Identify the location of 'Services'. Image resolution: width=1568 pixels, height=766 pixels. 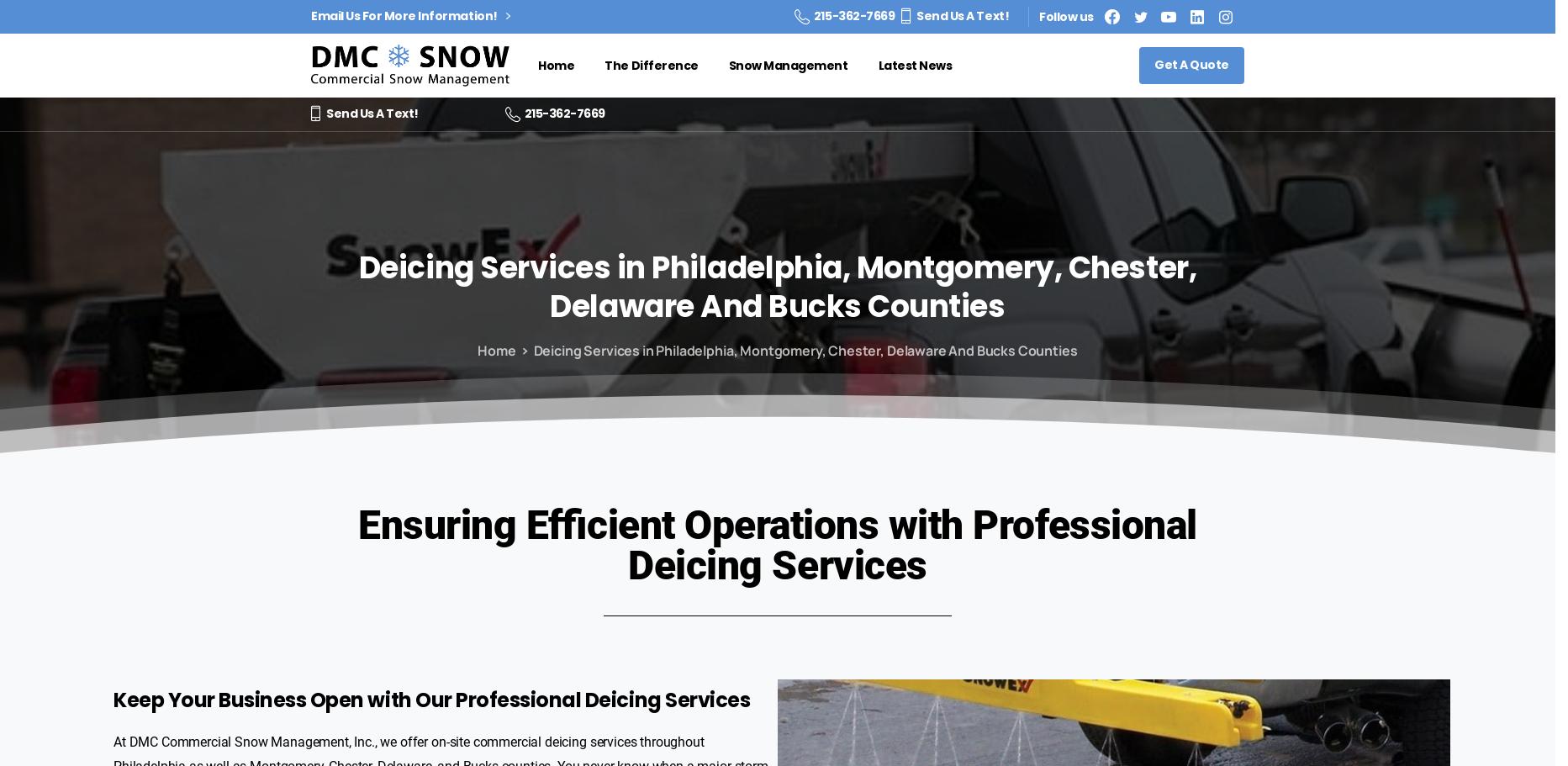
(544, 267).